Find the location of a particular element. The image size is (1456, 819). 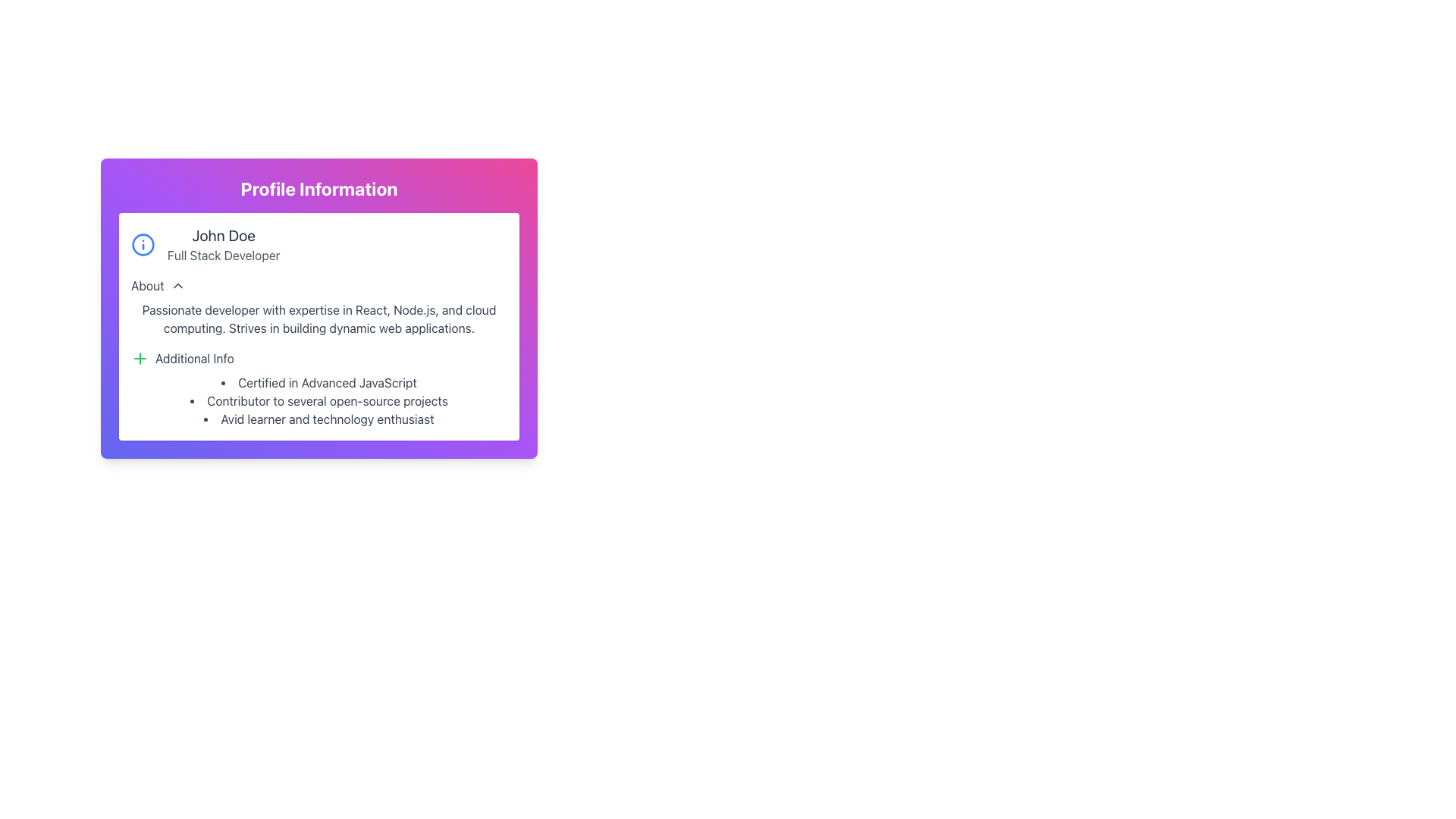

information provided in the Text block with bullet points located beneath the 'About' section in the card is located at coordinates (318, 388).